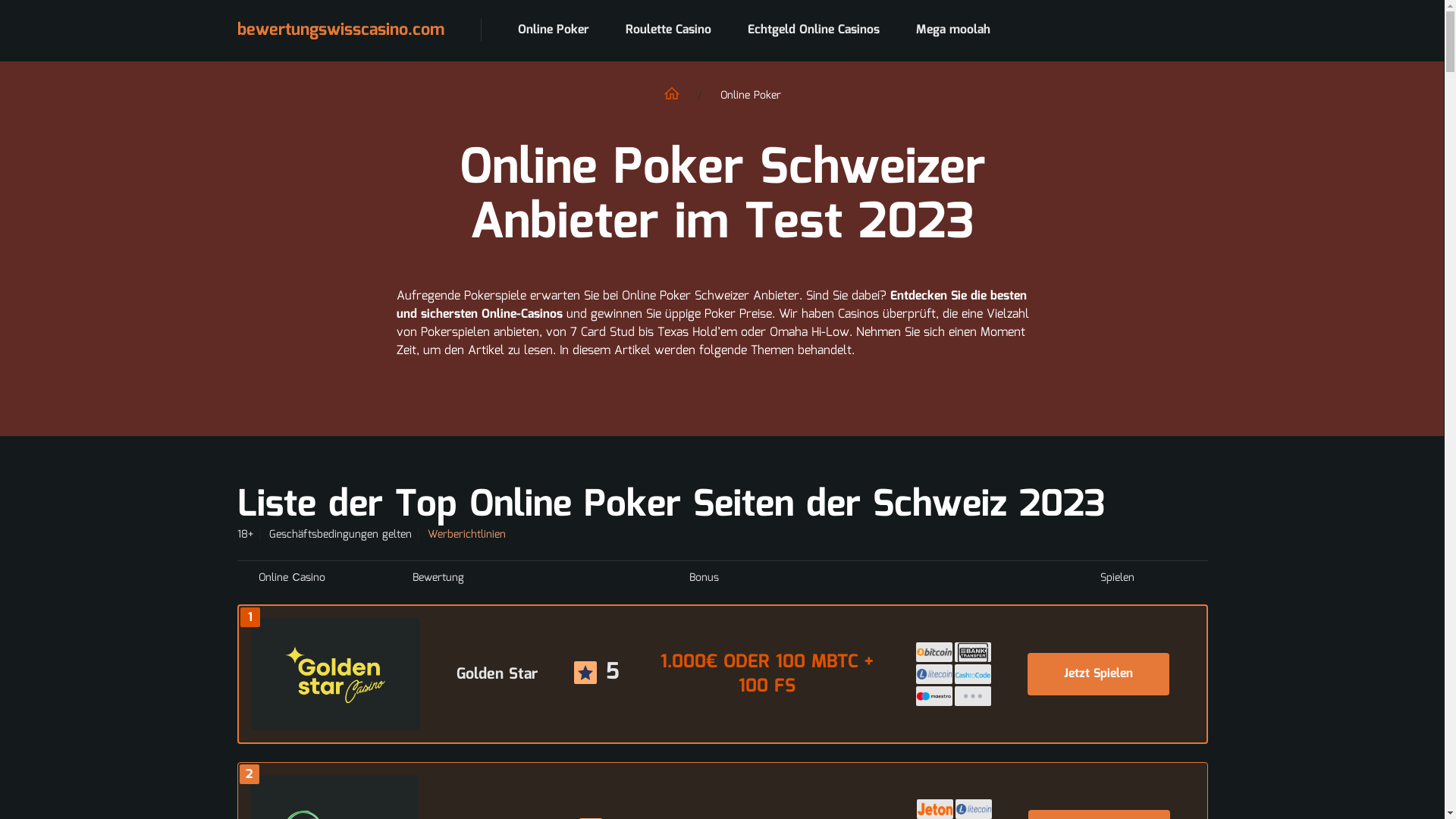 Image resolution: width=1456 pixels, height=819 pixels. Describe the element at coordinates (552, 30) in the screenshot. I see `'Online Poker'` at that location.